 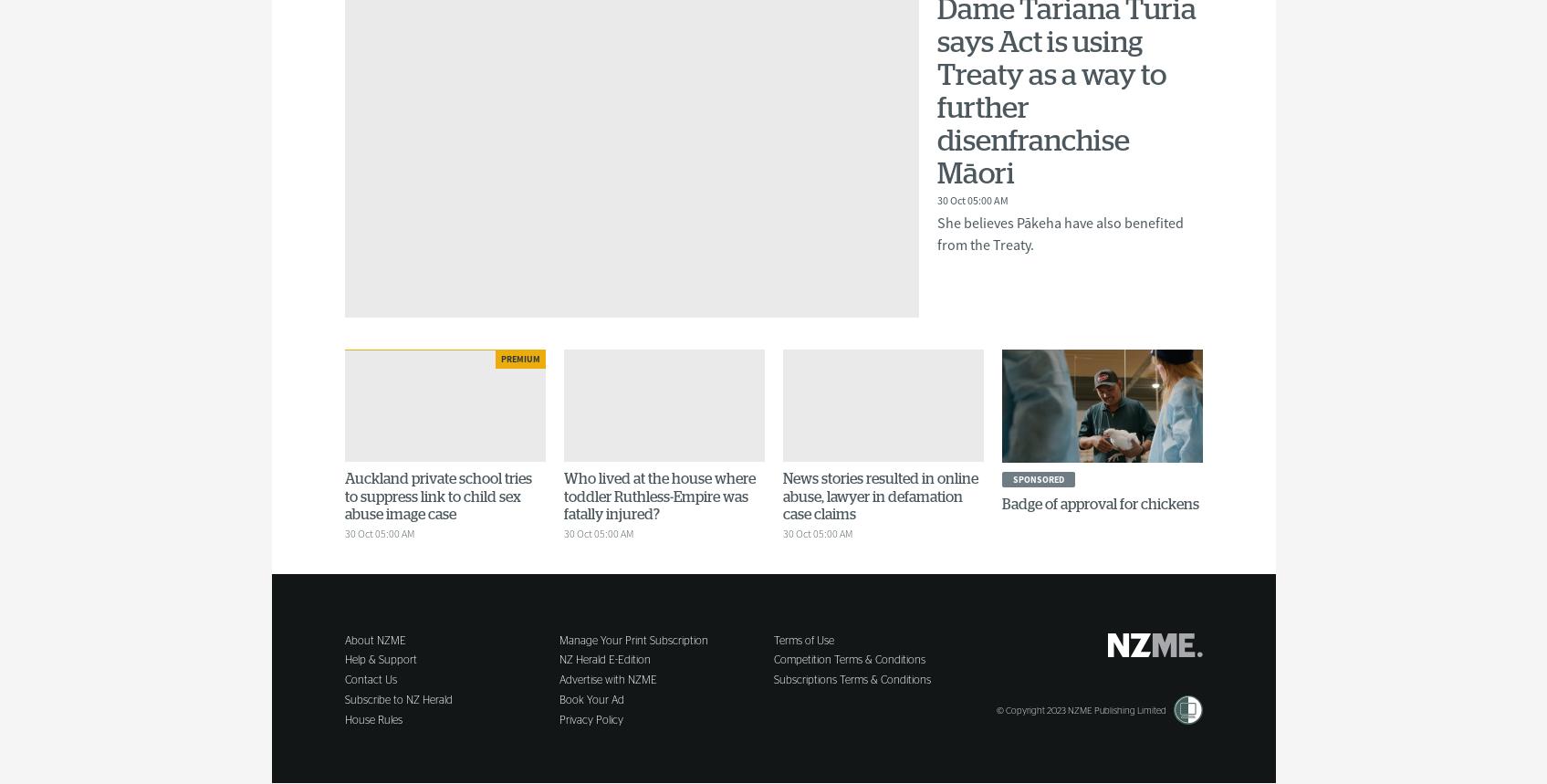 I want to click on 'Badge of approval for chickens', so click(x=1099, y=502).